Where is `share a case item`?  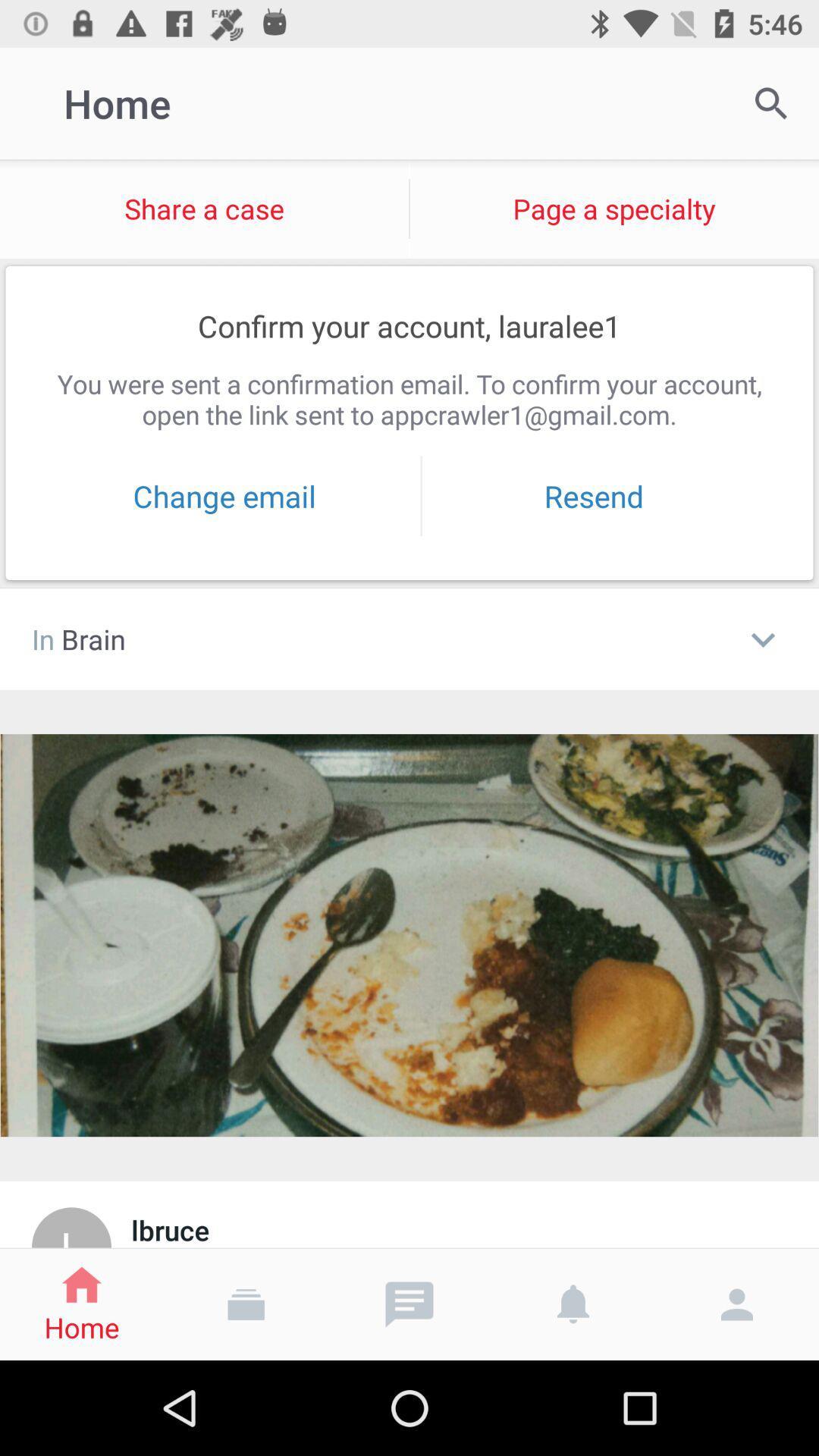
share a case item is located at coordinates (203, 208).